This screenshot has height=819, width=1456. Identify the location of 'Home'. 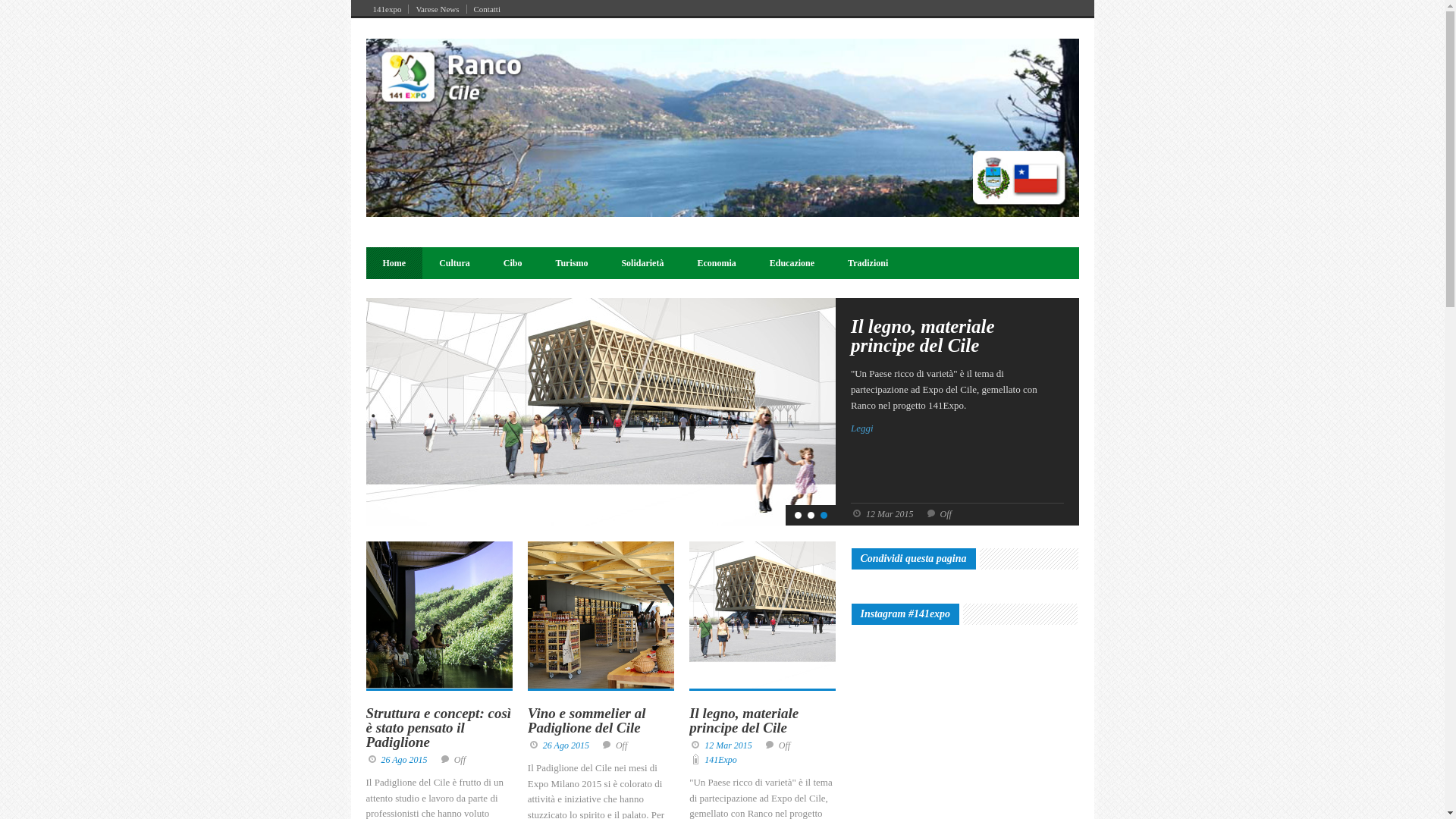
(394, 262).